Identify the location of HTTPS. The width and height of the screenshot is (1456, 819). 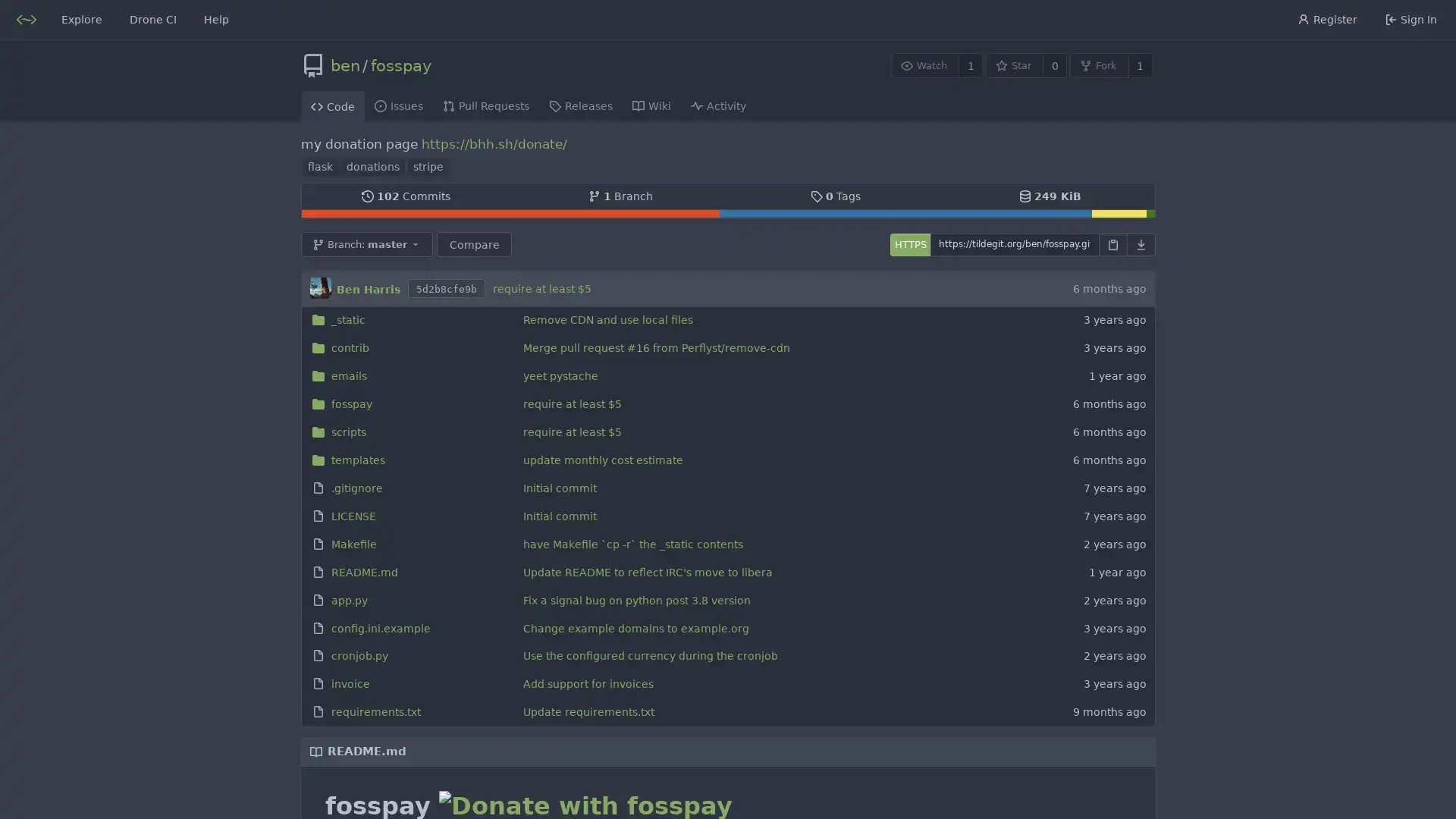
(909, 243).